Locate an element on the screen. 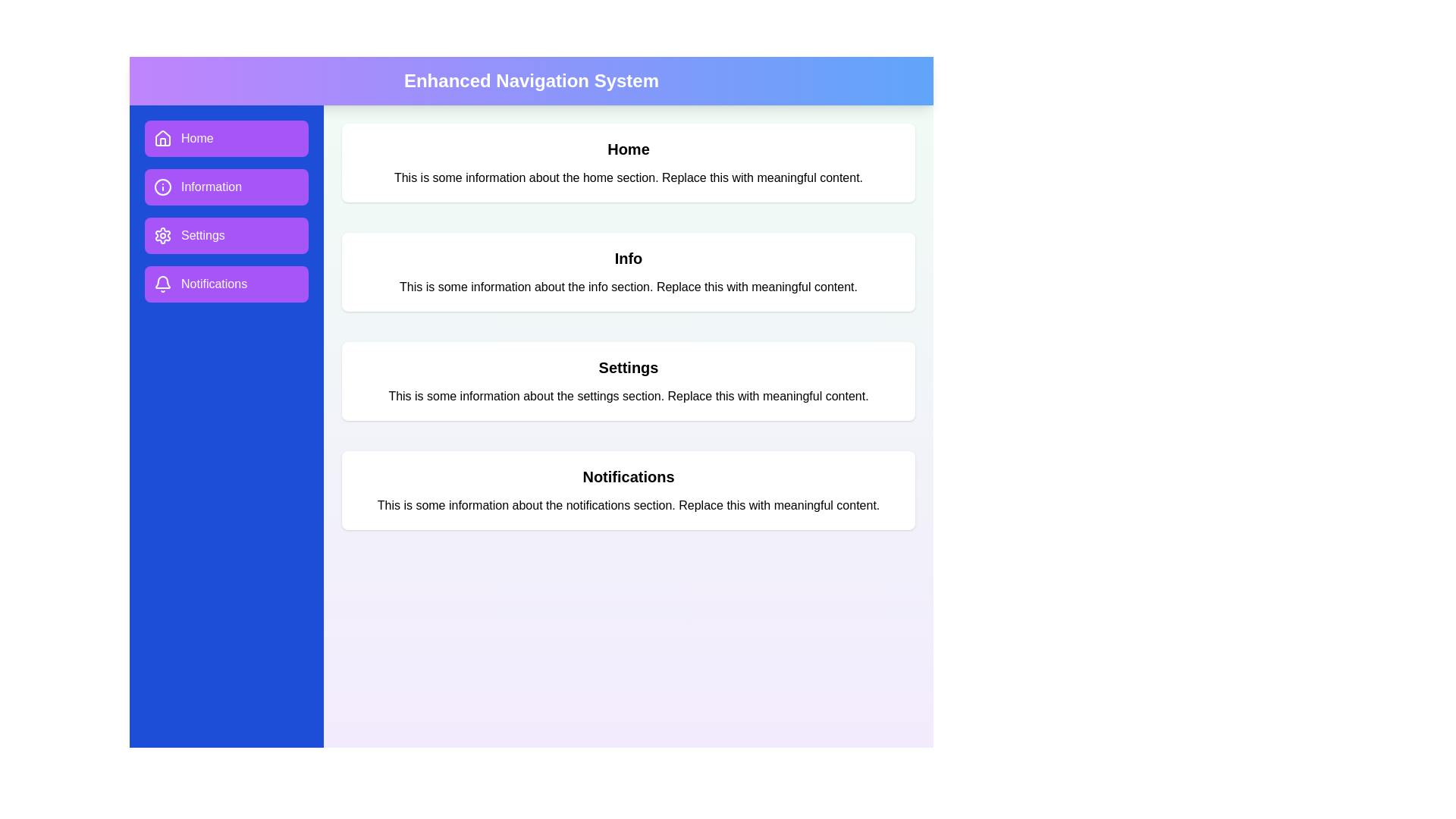 The height and width of the screenshot is (819, 1456). the circular icon with a thick outline and a vertical bar, located to the left of the 'Information' text in the navigation menu is located at coordinates (163, 186).